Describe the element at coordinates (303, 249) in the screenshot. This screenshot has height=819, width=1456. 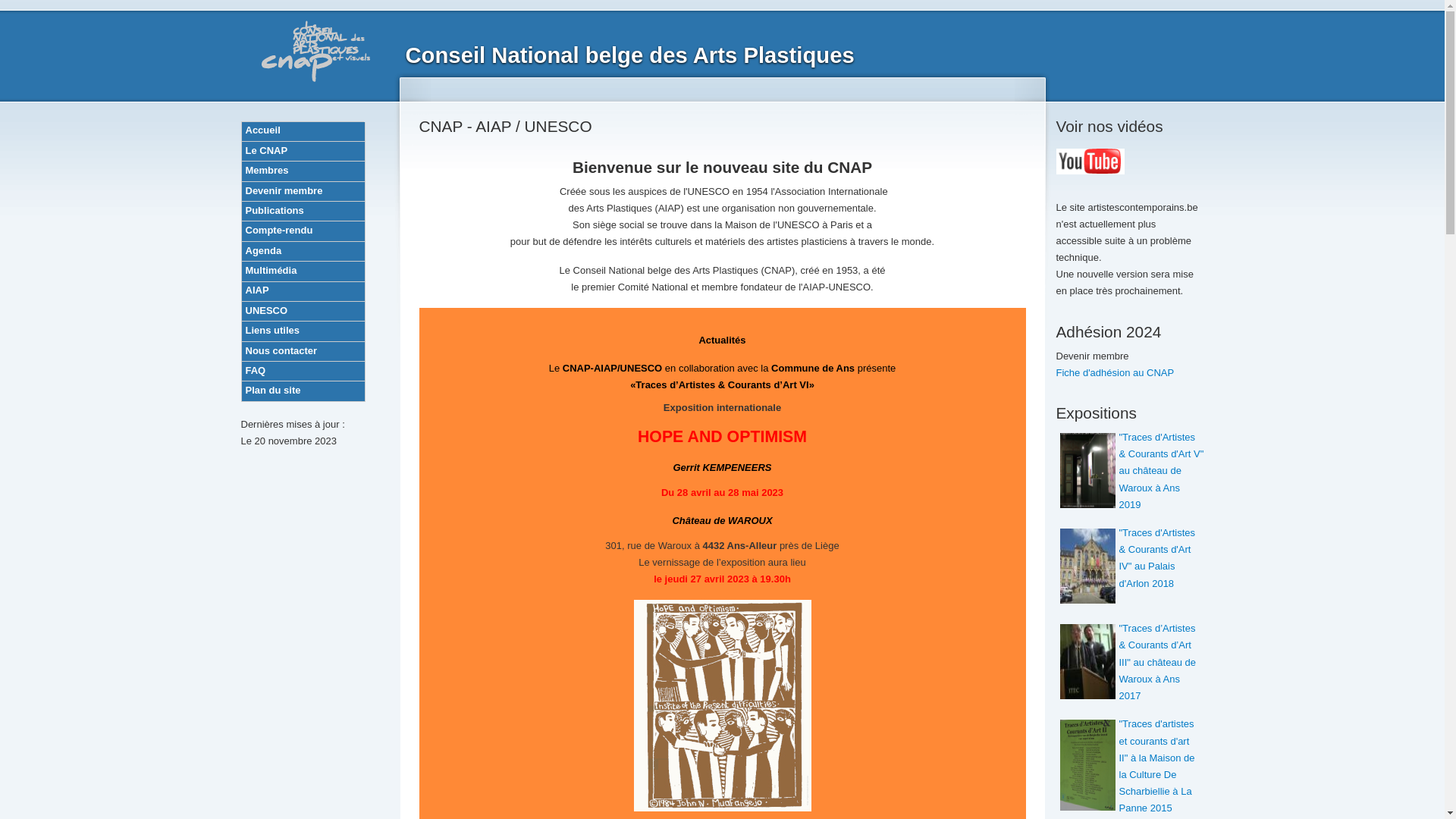
I see `'Agenda'` at that location.